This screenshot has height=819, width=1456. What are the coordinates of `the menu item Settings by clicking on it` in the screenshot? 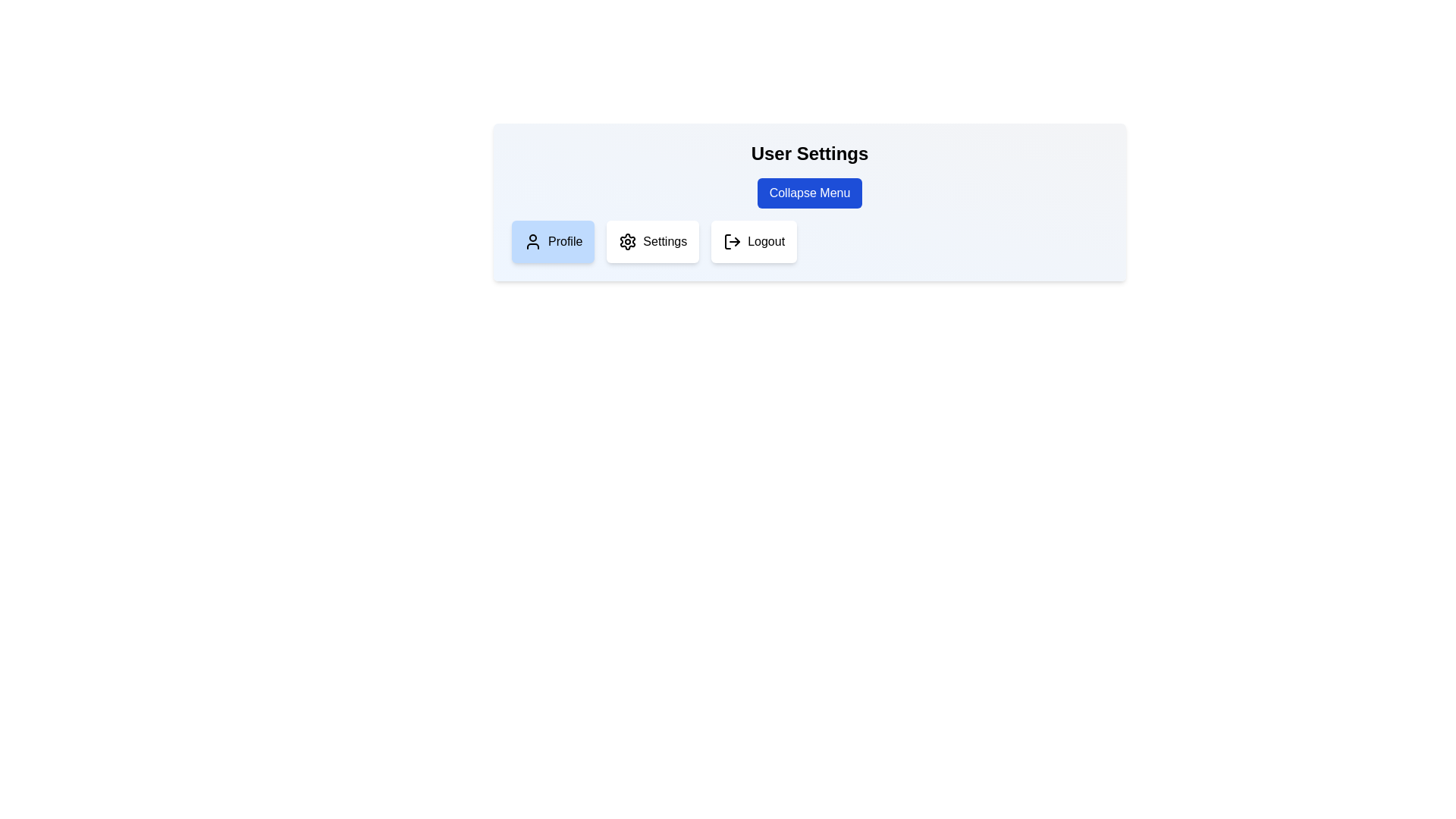 It's located at (653, 241).